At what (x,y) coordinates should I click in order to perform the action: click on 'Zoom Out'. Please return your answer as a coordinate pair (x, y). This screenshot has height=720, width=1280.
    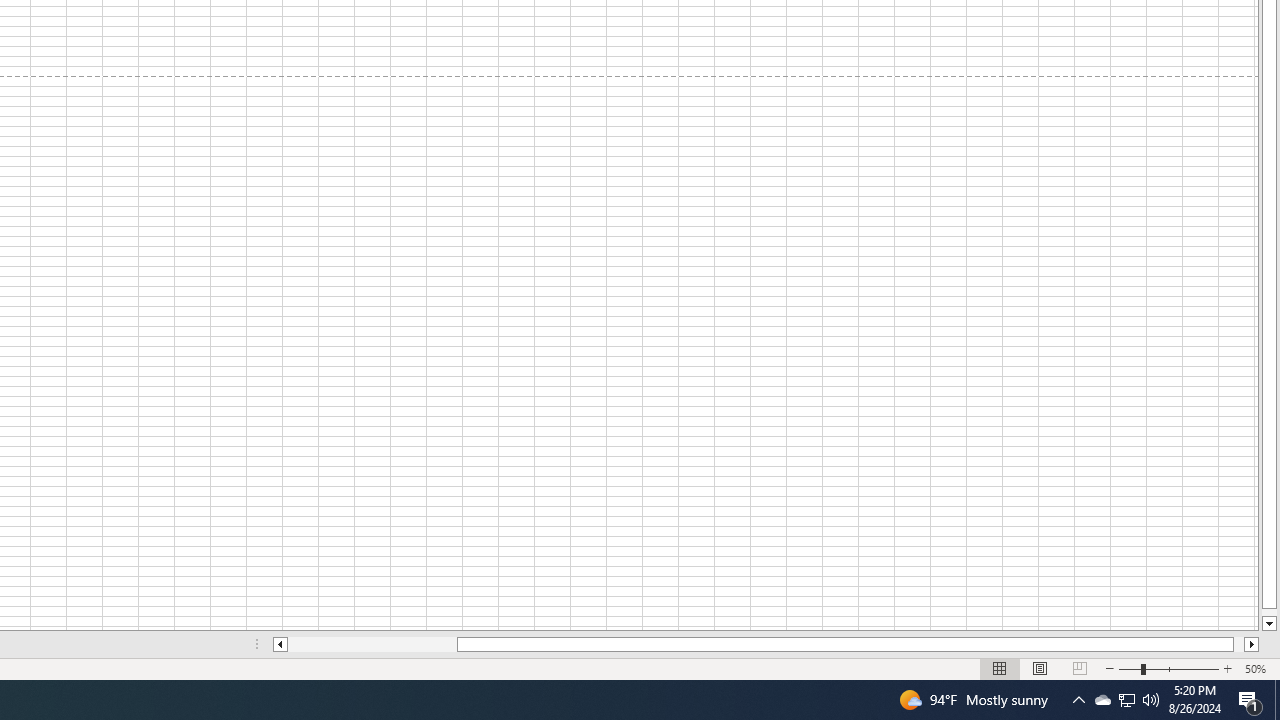
    Looking at the image, I should click on (1129, 669).